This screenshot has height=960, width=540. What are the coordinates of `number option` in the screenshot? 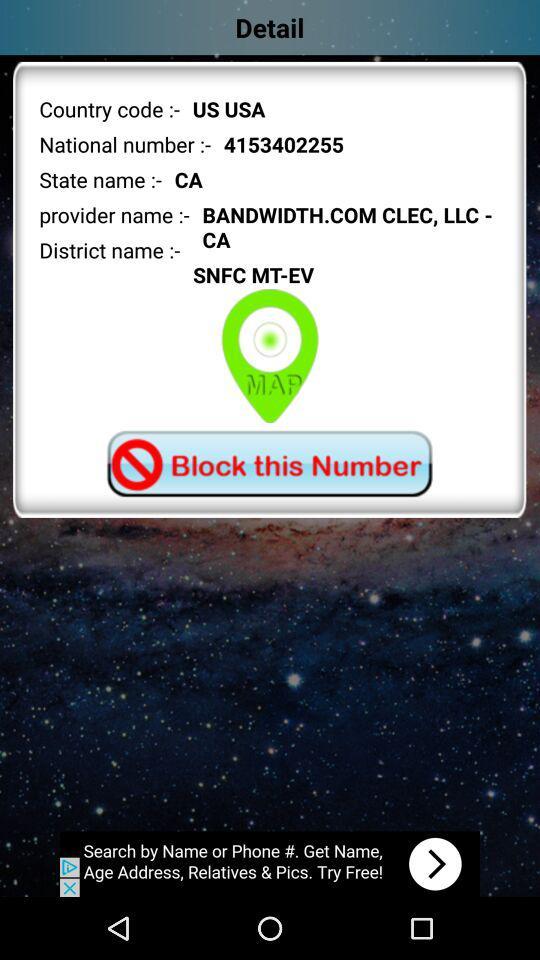 It's located at (269, 463).